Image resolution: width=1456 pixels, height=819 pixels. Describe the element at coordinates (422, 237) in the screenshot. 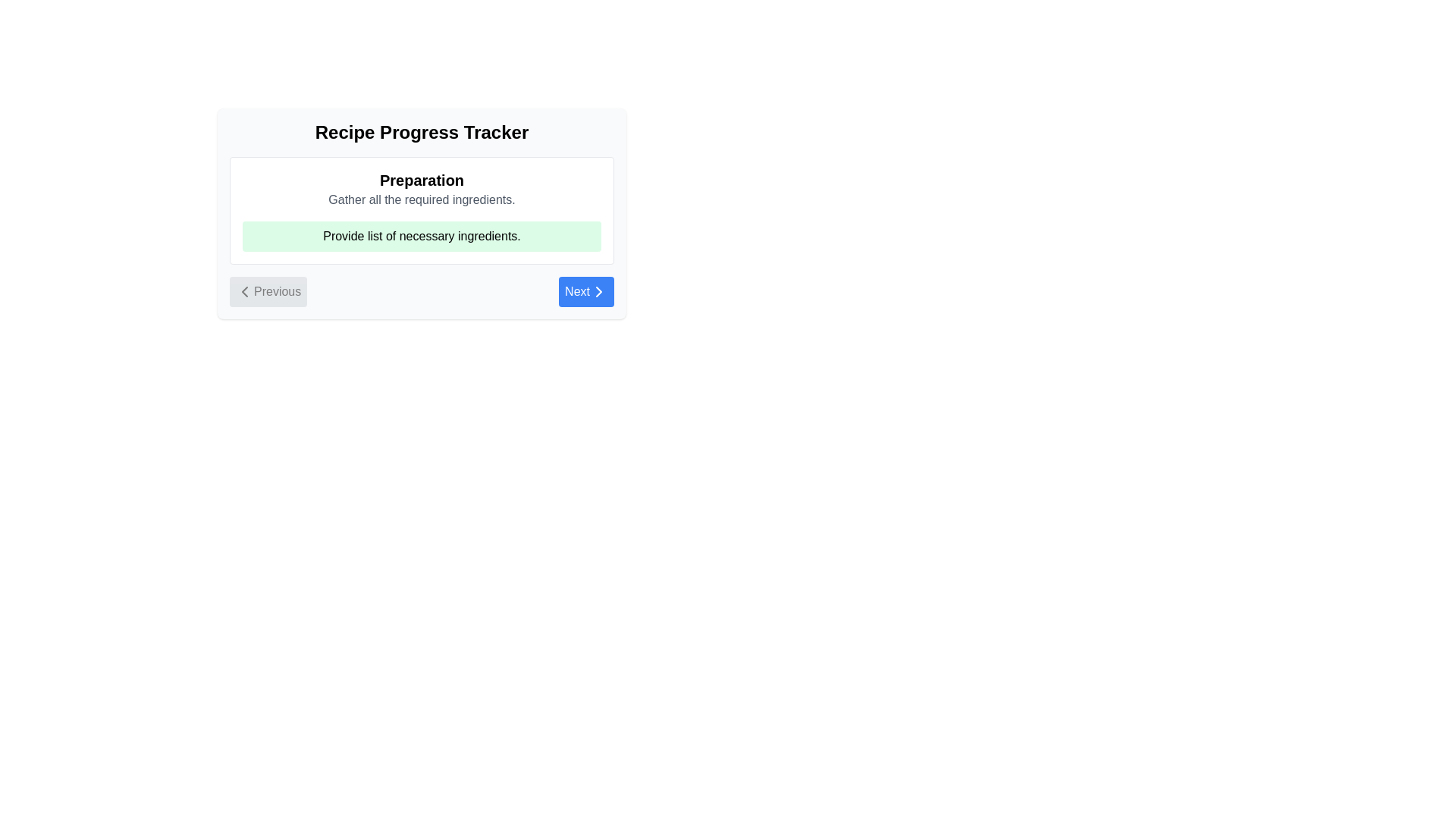

I see `the text block with the content 'Provide list of necessary ingredients.' which has a pastel green background and is located in the 'Preparation' section` at that location.